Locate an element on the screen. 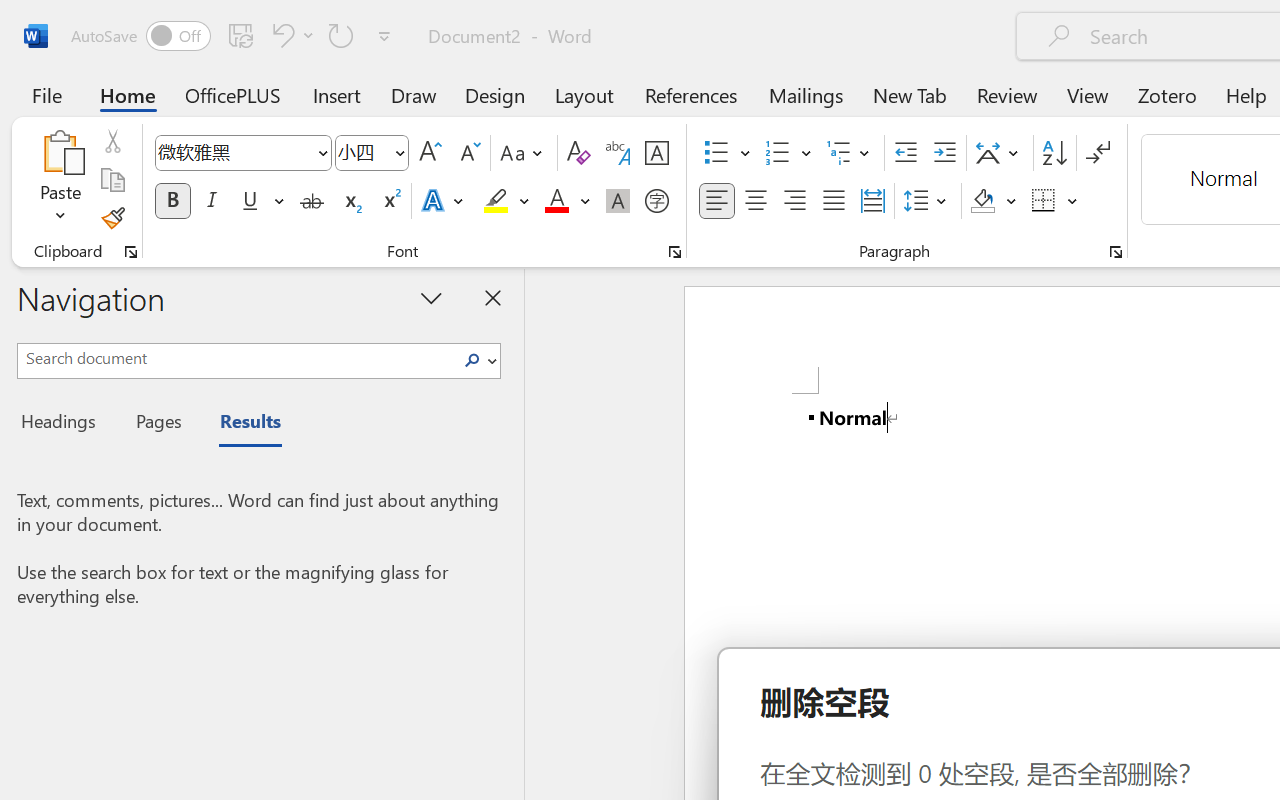 This screenshot has height=800, width=1280. 'Clear Formatting' is located at coordinates (577, 153).